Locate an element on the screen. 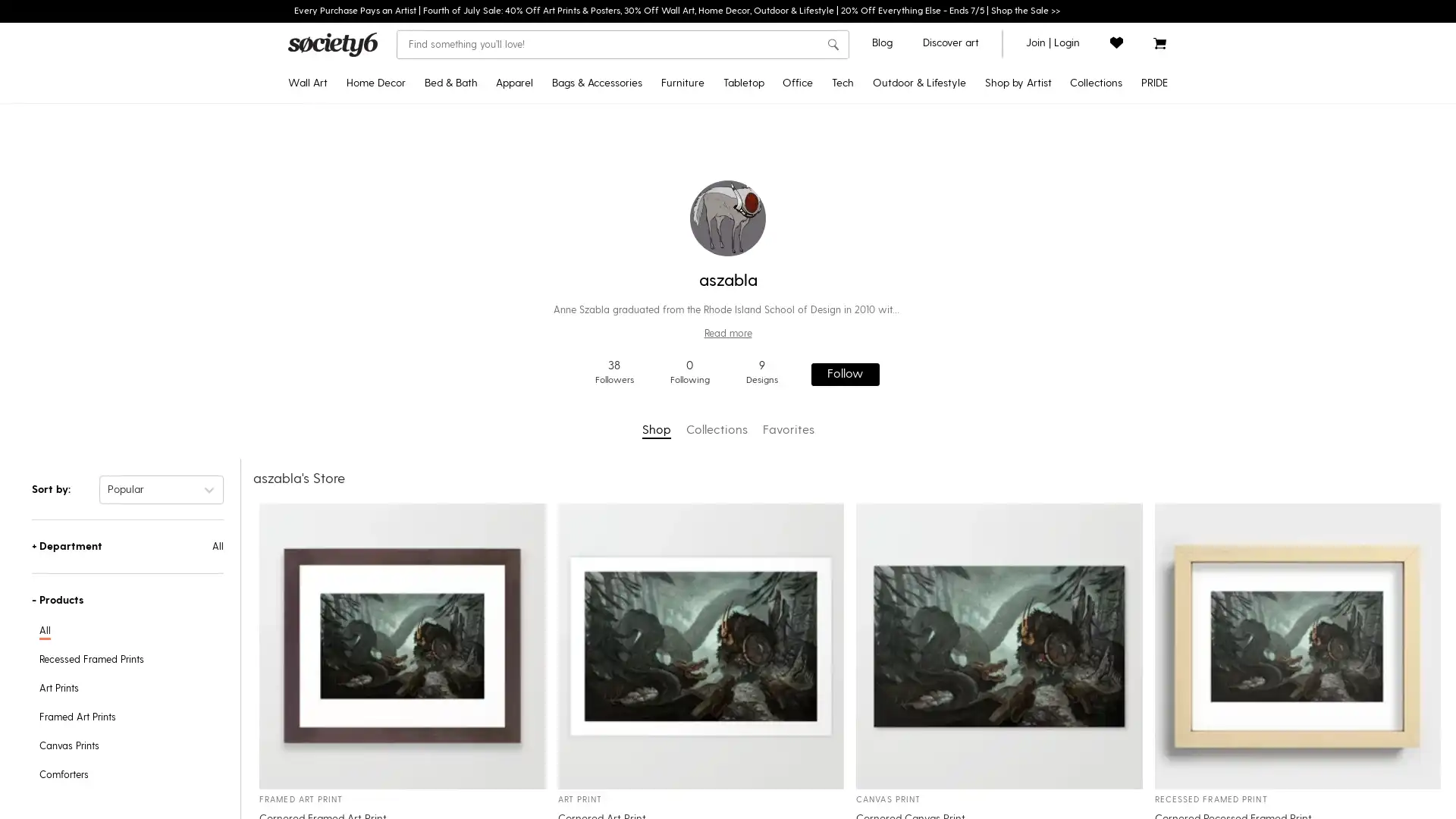 This screenshot has width=1456, height=819. Tablecloths is located at coordinates (771, 170).